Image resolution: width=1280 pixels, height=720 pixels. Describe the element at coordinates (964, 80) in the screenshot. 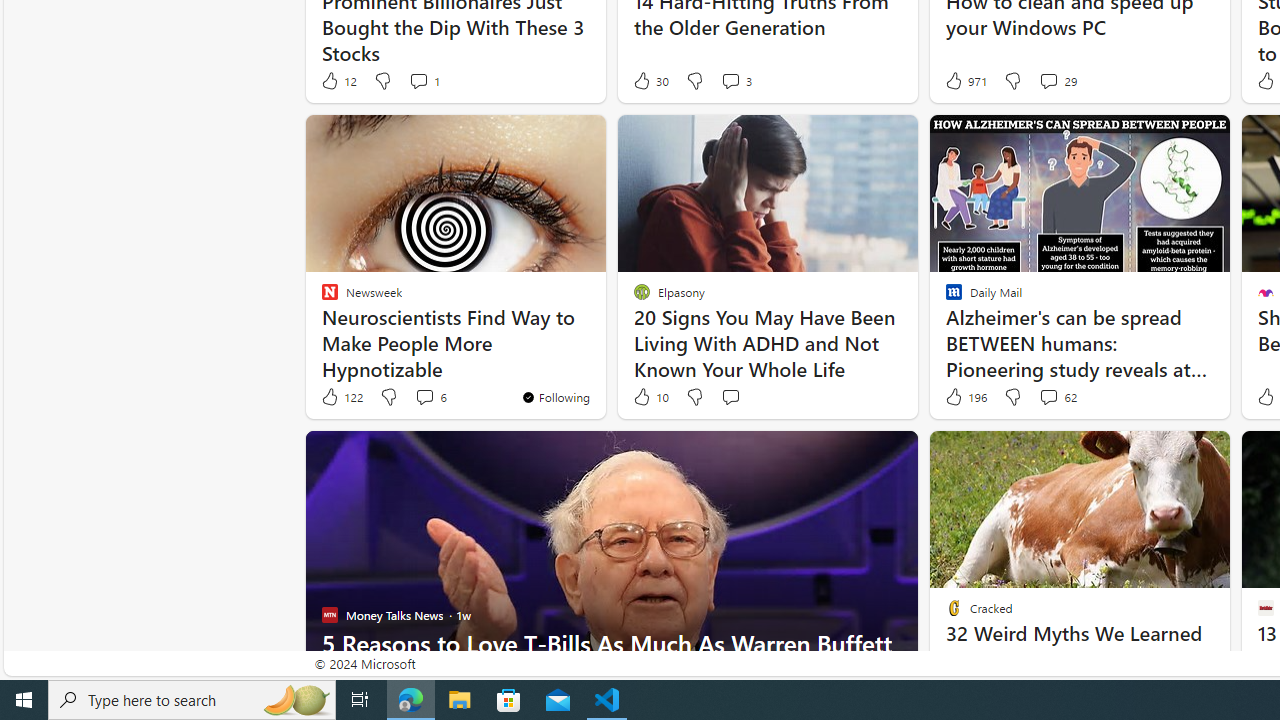

I see `'971 Like'` at that location.